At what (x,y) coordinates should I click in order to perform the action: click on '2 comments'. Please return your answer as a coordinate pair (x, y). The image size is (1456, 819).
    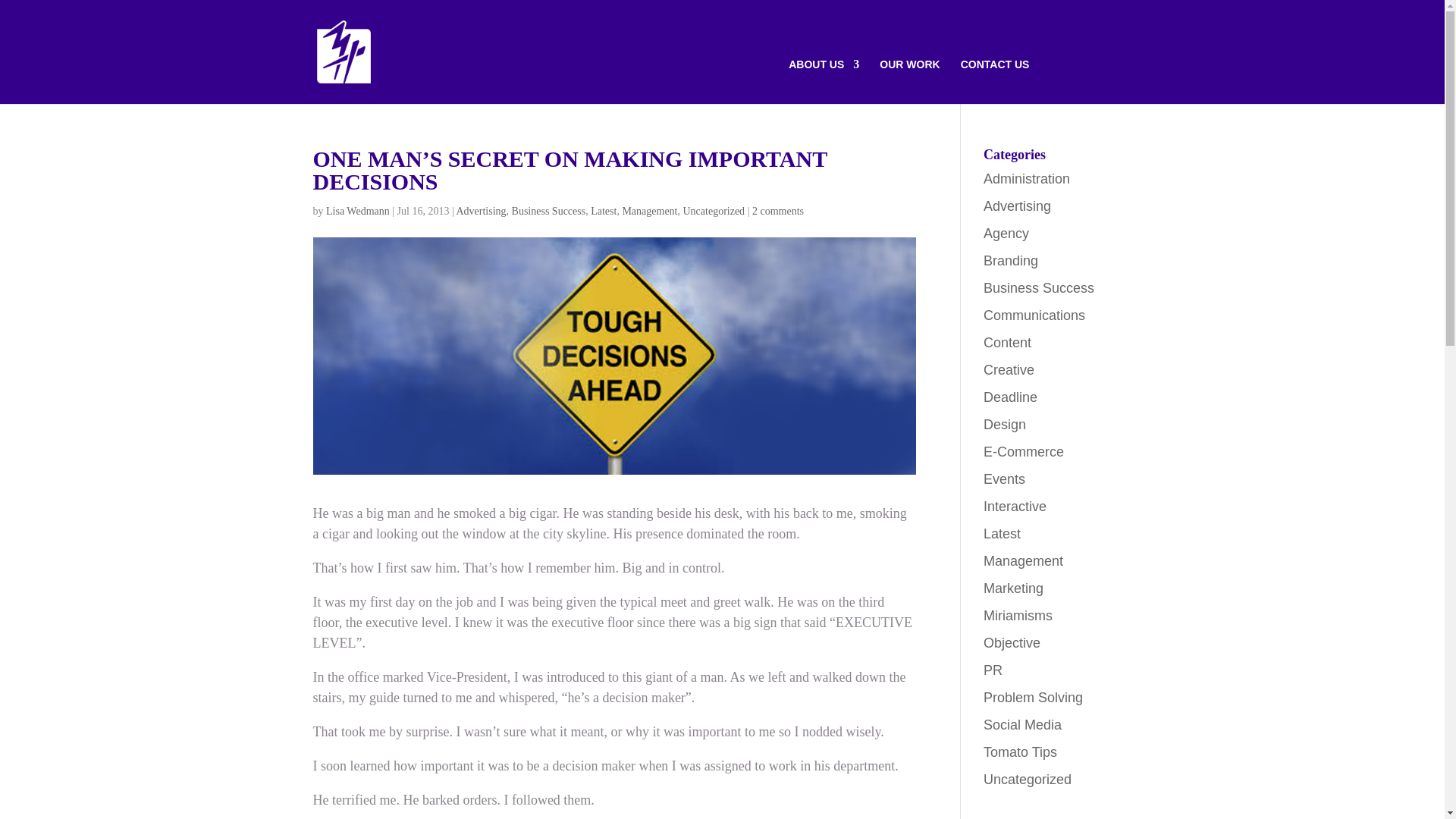
    Looking at the image, I should click on (778, 211).